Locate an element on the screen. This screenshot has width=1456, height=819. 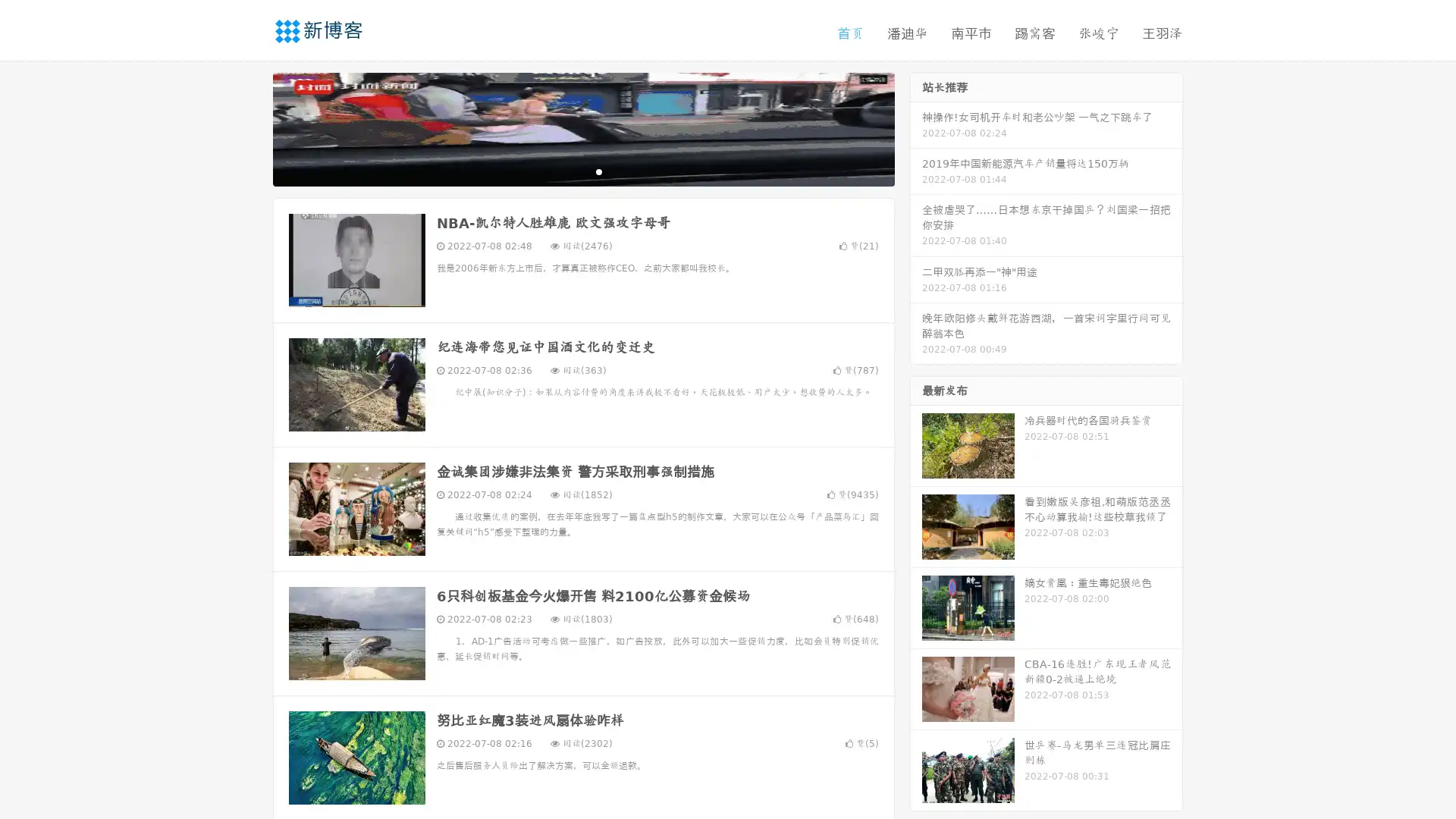
Go to slide 2 is located at coordinates (582, 171).